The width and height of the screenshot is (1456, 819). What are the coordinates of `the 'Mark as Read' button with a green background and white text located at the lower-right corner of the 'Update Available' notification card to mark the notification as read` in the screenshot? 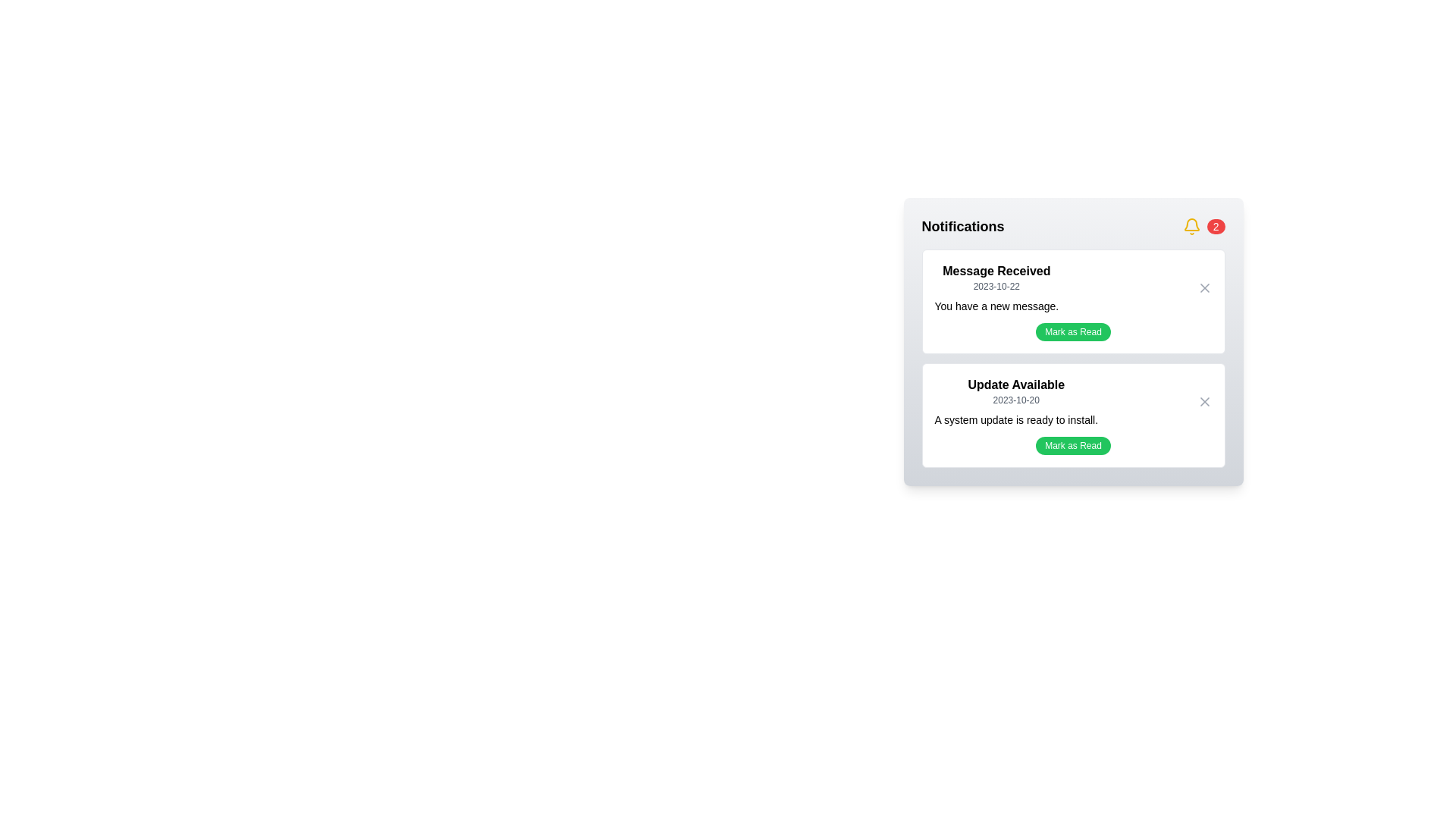 It's located at (1072, 444).